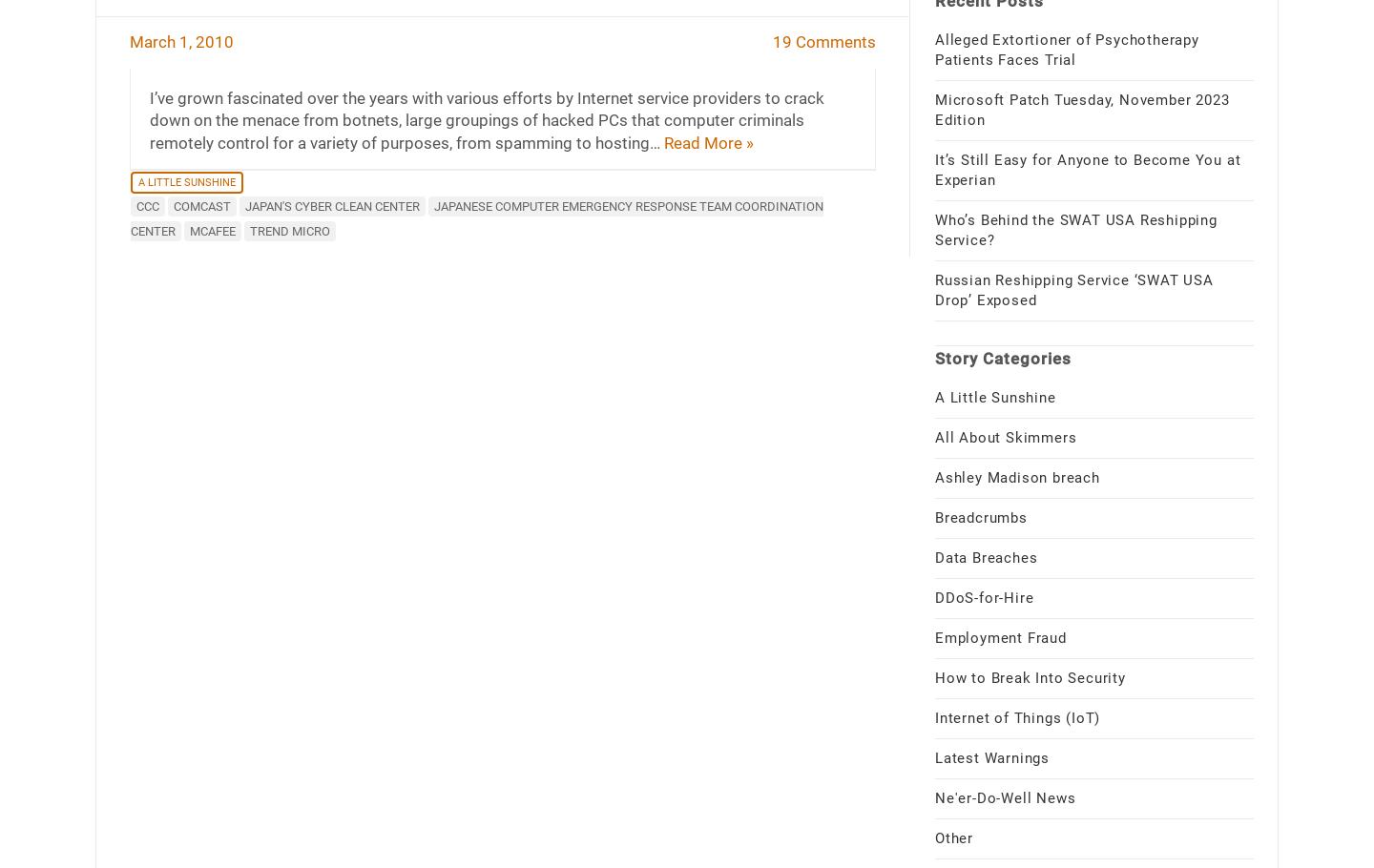 The height and width of the screenshot is (868, 1374). Describe the element at coordinates (180, 42) in the screenshot. I see `'March 1, 2010'` at that location.